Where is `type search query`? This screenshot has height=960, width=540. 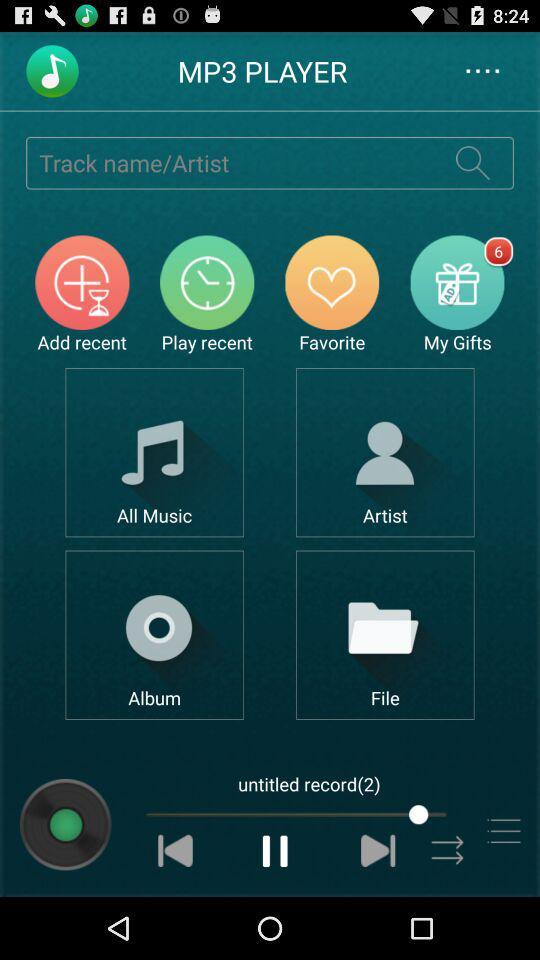
type search query is located at coordinates (228, 161).